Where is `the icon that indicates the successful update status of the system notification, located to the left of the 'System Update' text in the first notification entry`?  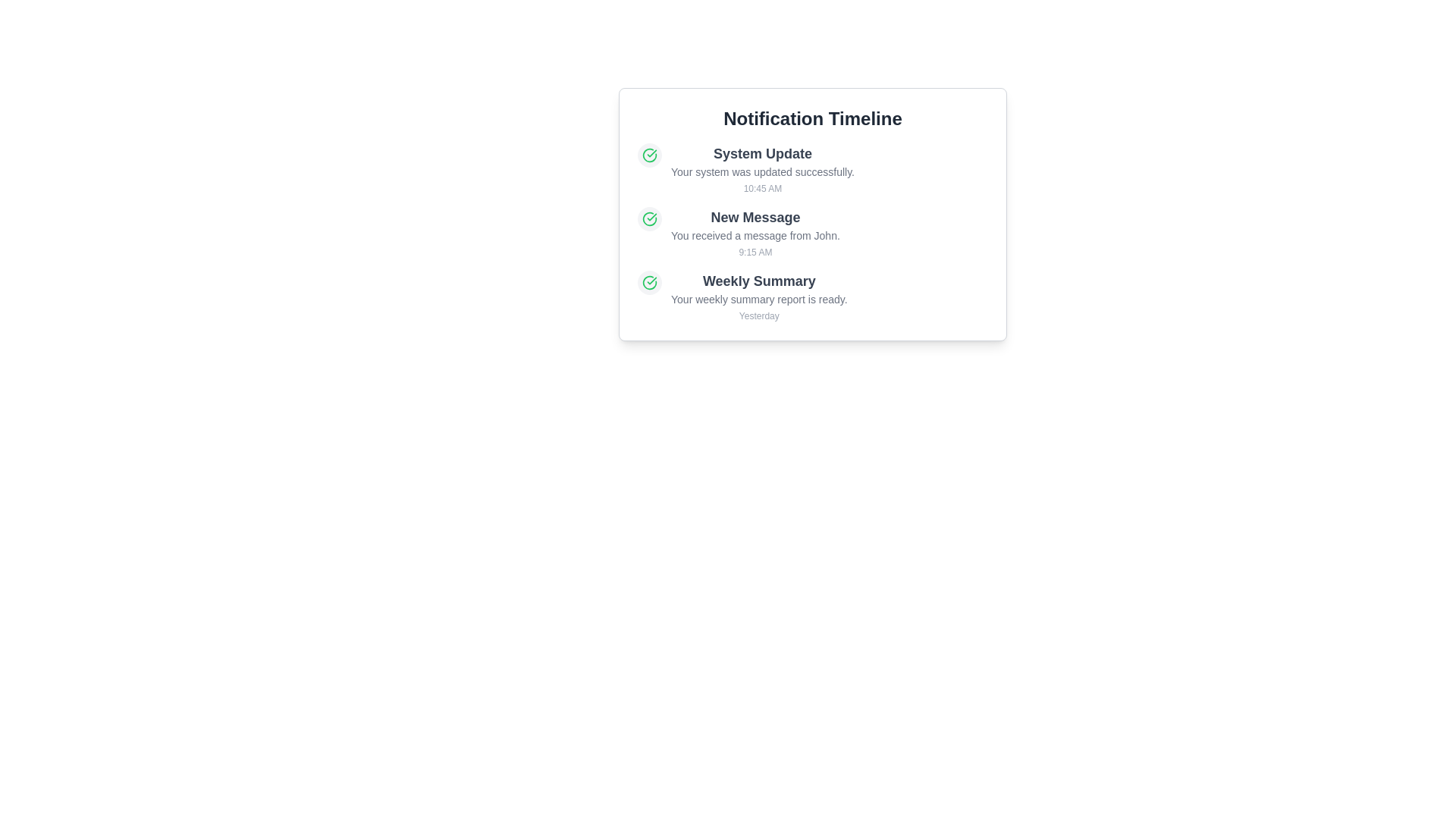 the icon that indicates the successful update status of the system notification, located to the left of the 'System Update' text in the first notification entry is located at coordinates (650, 155).